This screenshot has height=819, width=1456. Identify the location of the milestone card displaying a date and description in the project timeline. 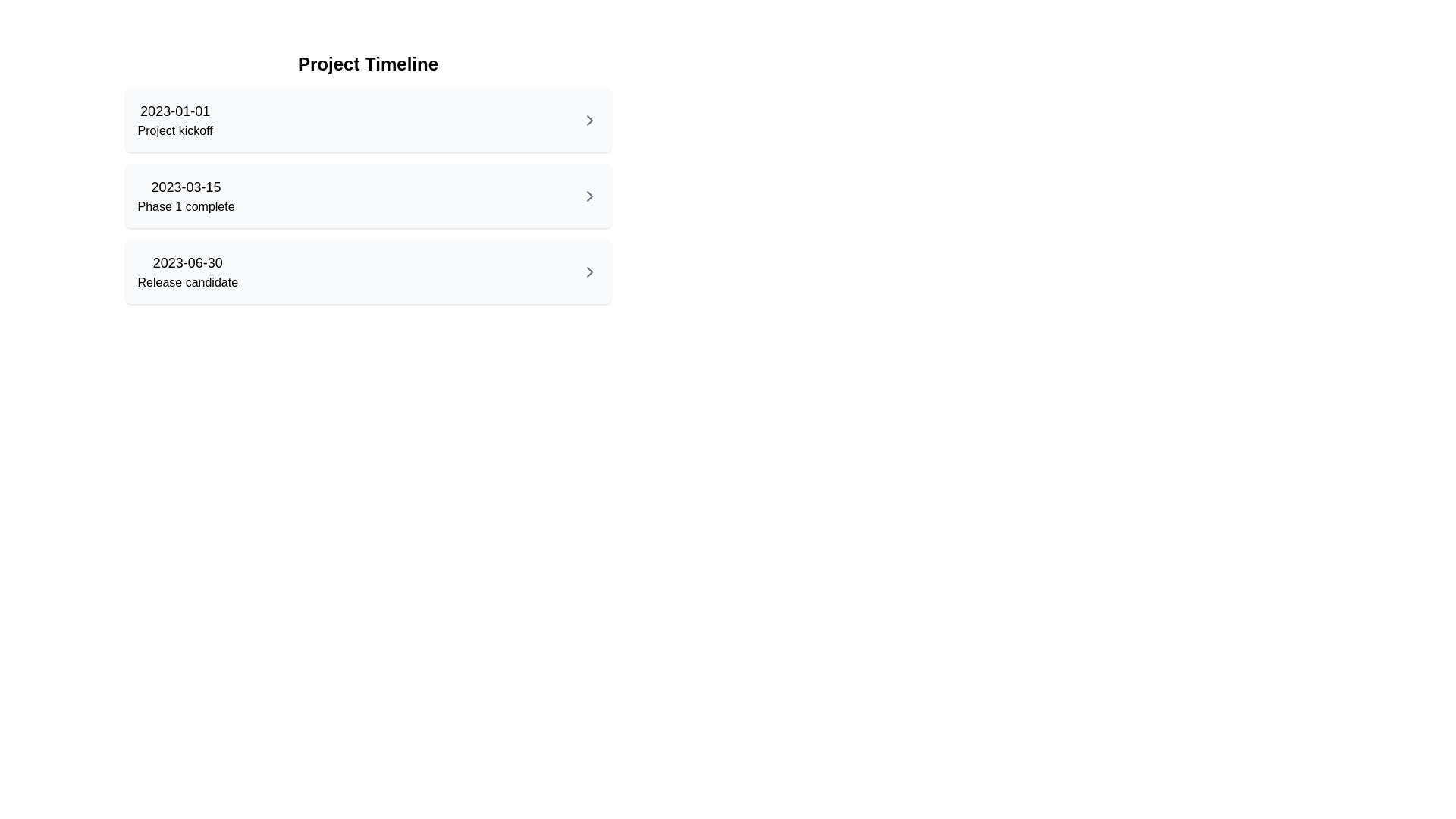
(368, 195).